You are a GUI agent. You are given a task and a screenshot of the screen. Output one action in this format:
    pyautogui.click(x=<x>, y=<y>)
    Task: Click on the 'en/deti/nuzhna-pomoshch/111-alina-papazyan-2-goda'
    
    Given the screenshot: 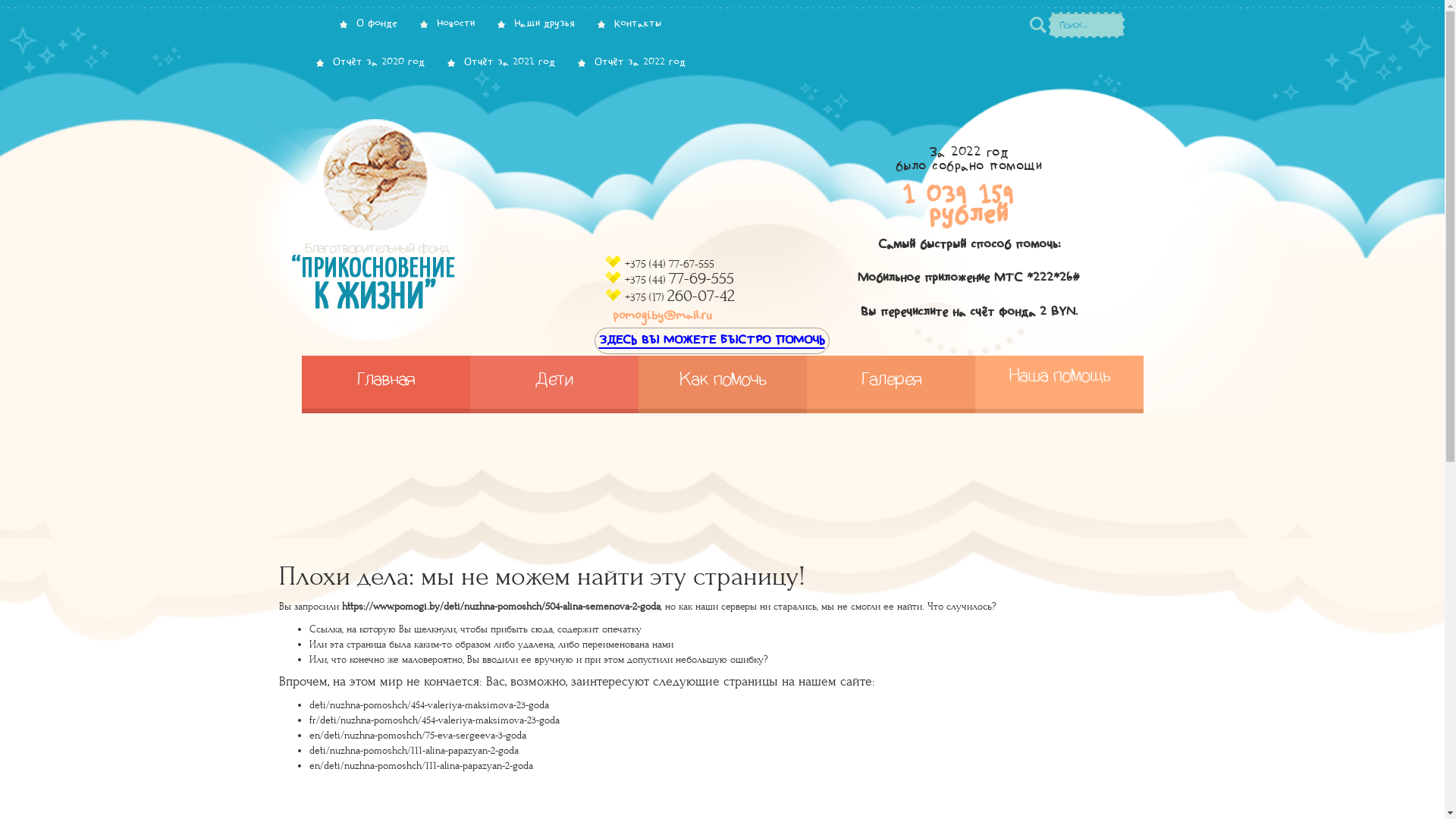 What is the action you would take?
    pyautogui.click(x=421, y=766)
    